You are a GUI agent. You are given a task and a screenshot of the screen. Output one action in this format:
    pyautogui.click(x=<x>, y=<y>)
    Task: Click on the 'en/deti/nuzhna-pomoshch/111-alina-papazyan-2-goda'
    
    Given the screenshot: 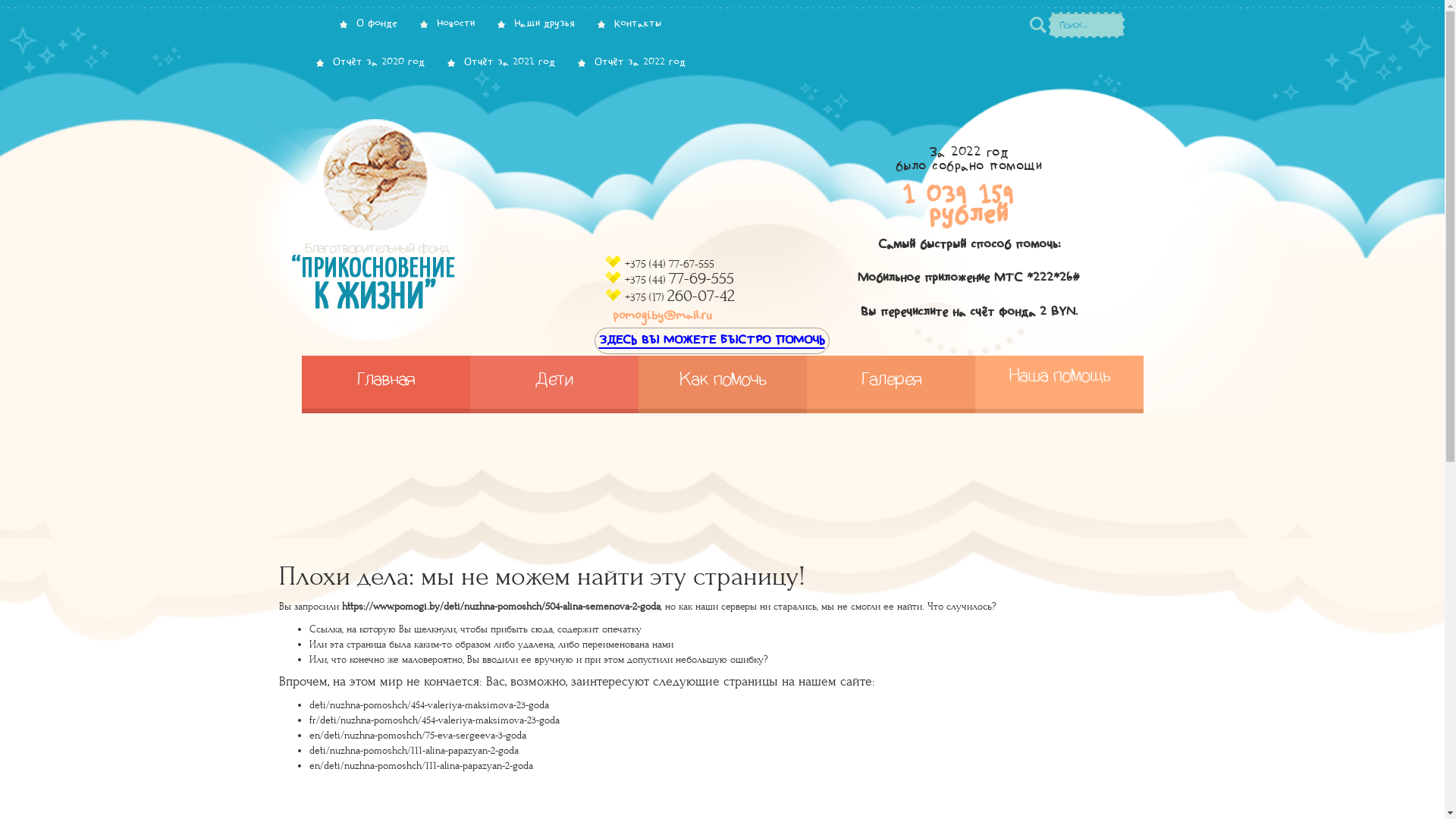 What is the action you would take?
    pyautogui.click(x=421, y=766)
    